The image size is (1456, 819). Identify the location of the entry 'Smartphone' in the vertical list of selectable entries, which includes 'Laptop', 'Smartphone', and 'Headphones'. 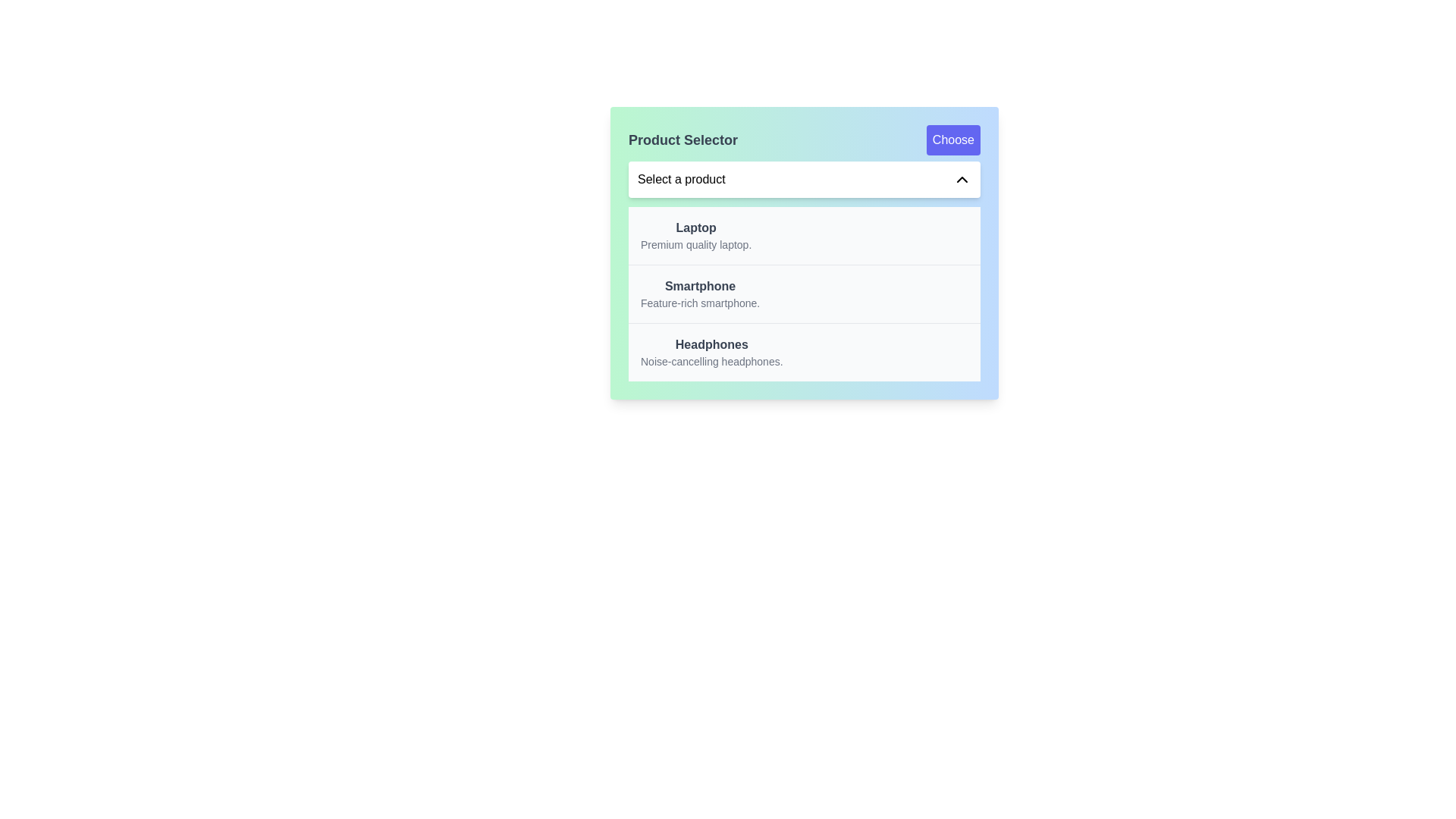
(803, 294).